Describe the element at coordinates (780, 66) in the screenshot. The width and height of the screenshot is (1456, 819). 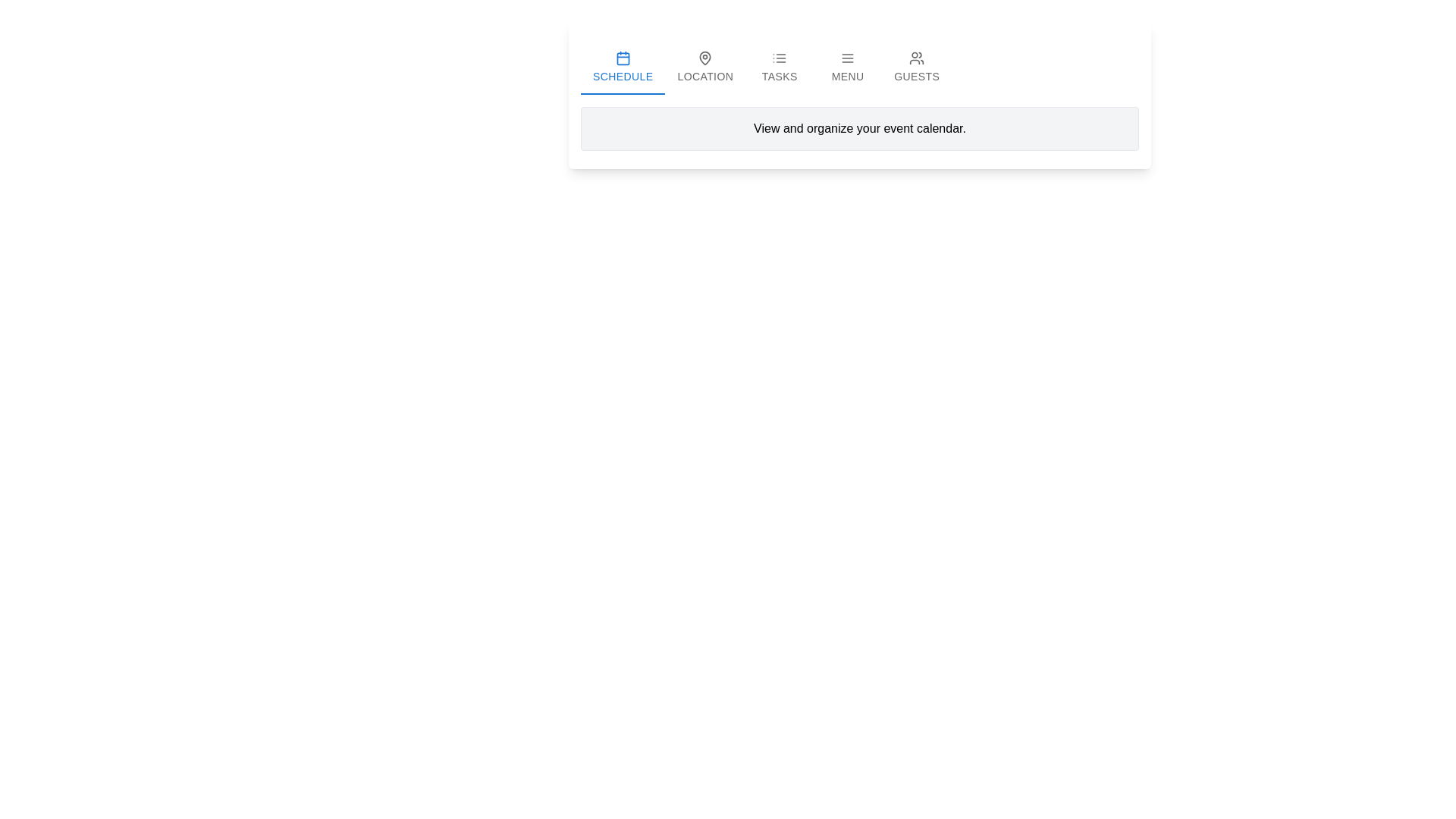
I see `the 'Tasks' tab, which is the third tab in a horizontal tab bar` at that location.